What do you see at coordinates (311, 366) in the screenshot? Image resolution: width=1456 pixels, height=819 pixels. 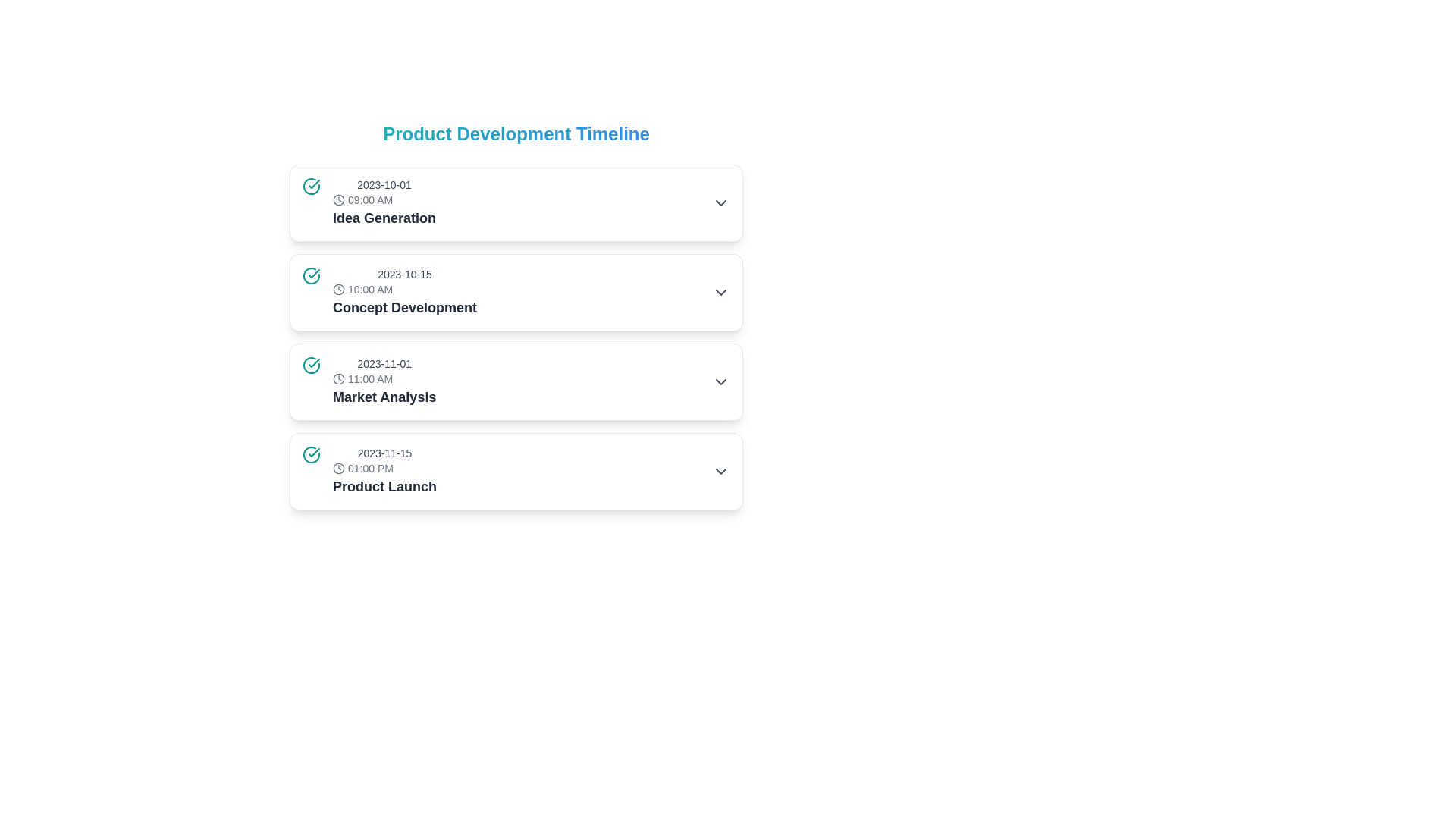 I see `the circular teal outlined icon with a checkmark that represents the completion status for the 'Market Analysis' entry on November 1, 2023` at bounding box center [311, 366].